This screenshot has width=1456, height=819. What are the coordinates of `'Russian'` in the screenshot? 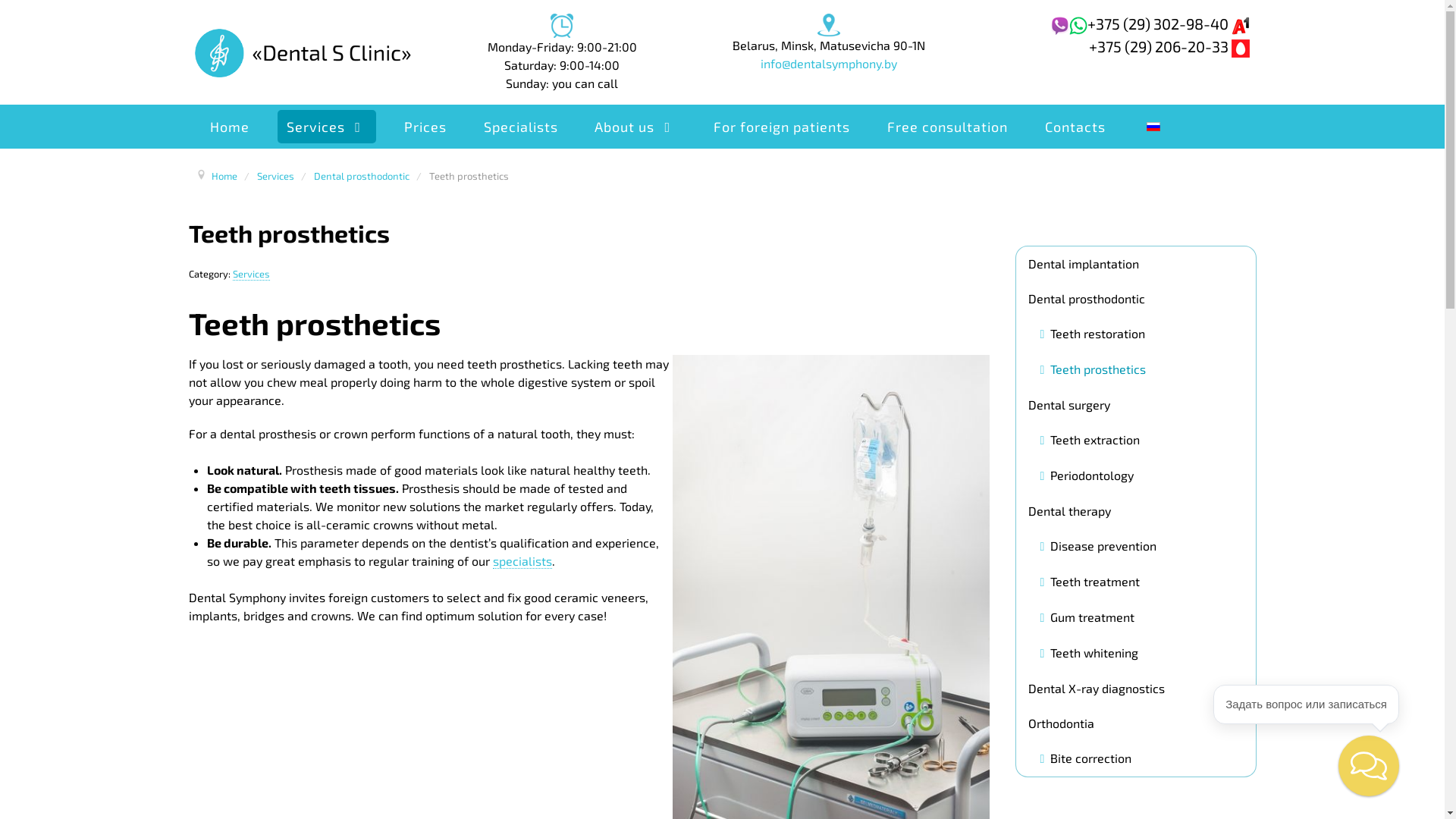 It's located at (1153, 125).